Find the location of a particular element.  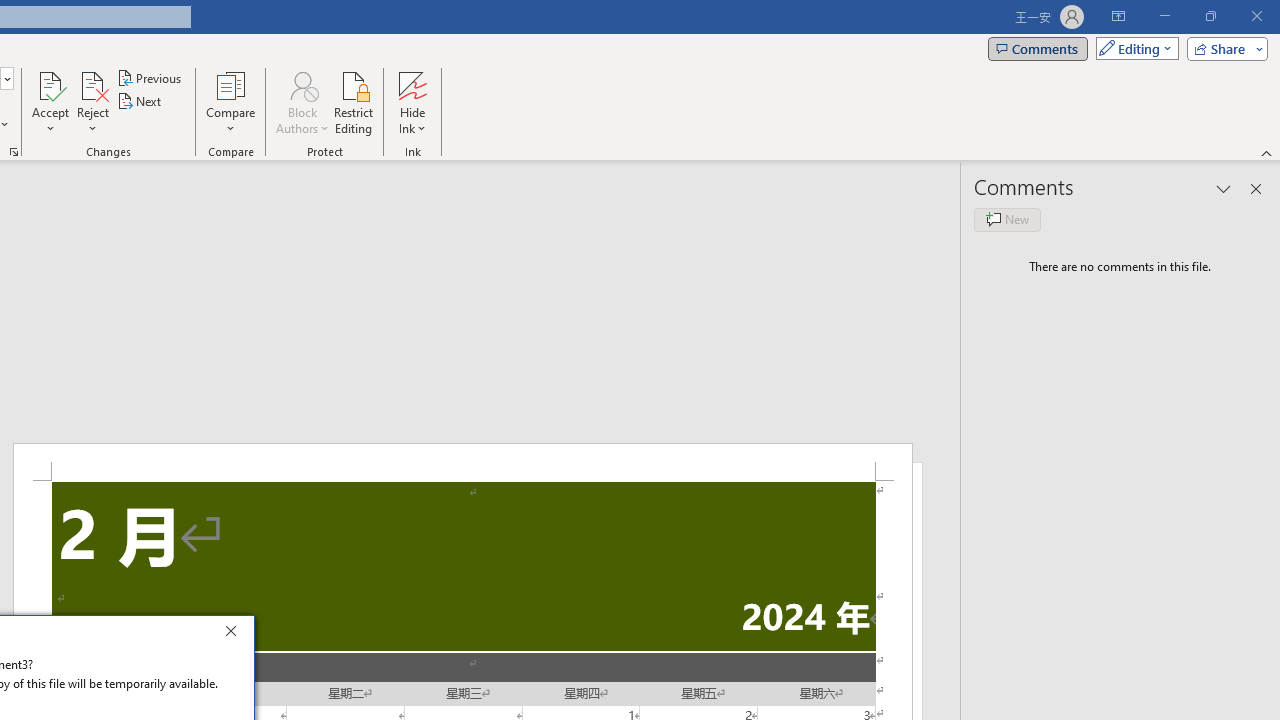

'Block Authors' is located at coordinates (301, 103).